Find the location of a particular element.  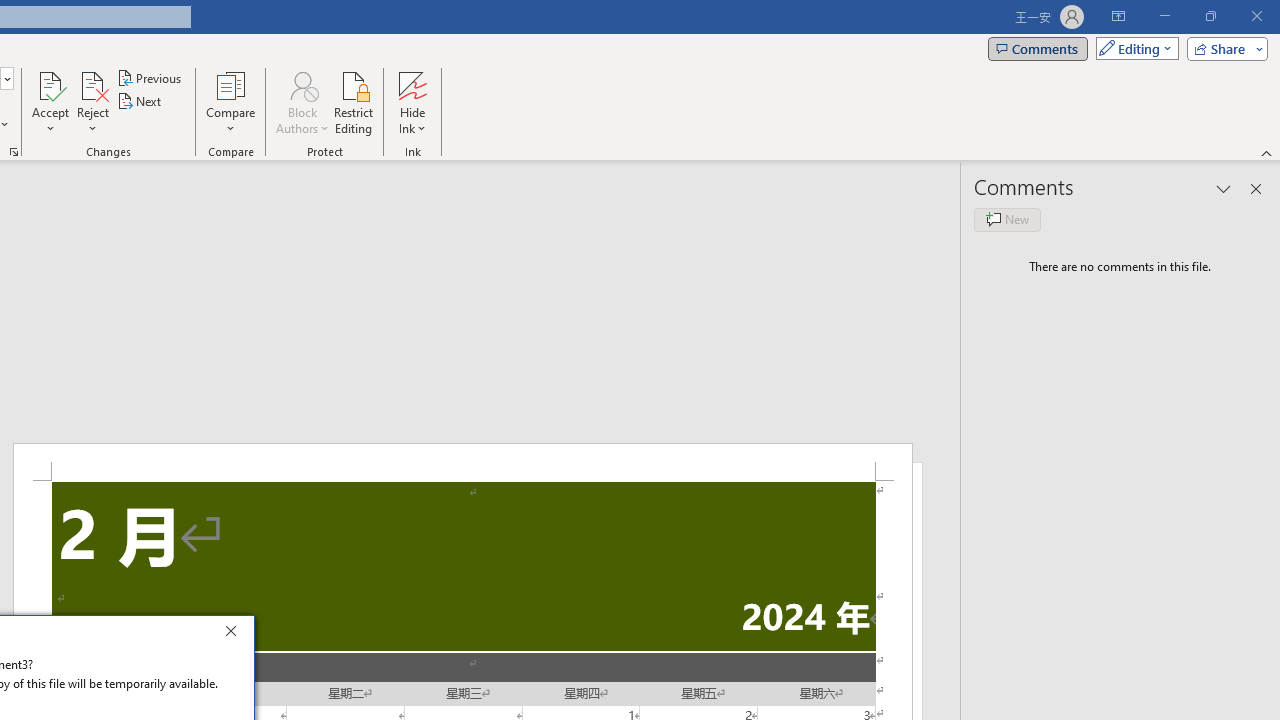

'Block Authors' is located at coordinates (301, 103).